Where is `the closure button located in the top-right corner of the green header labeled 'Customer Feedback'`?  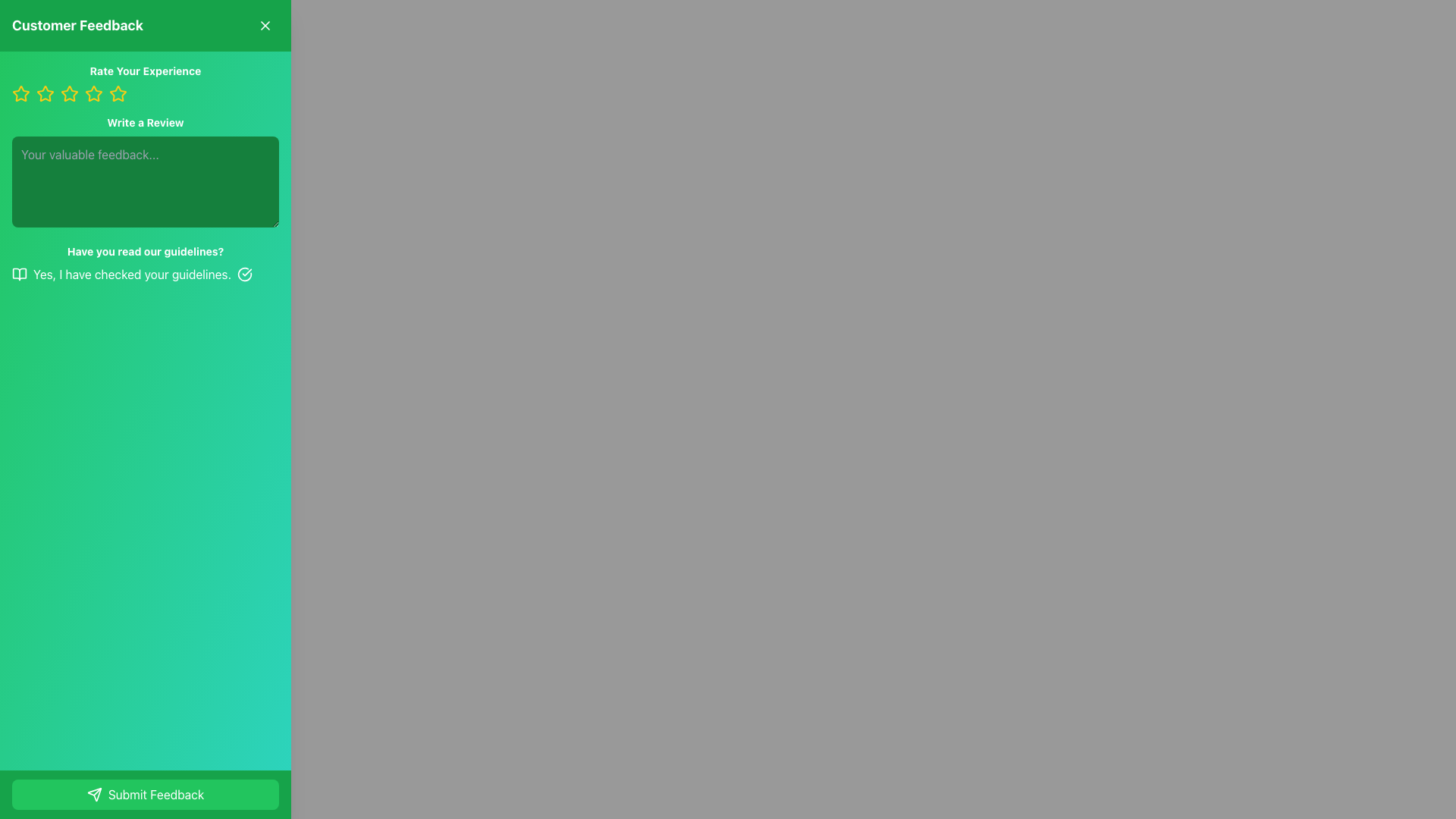 the closure button located in the top-right corner of the green header labeled 'Customer Feedback' is located at coordinates (265, 26).